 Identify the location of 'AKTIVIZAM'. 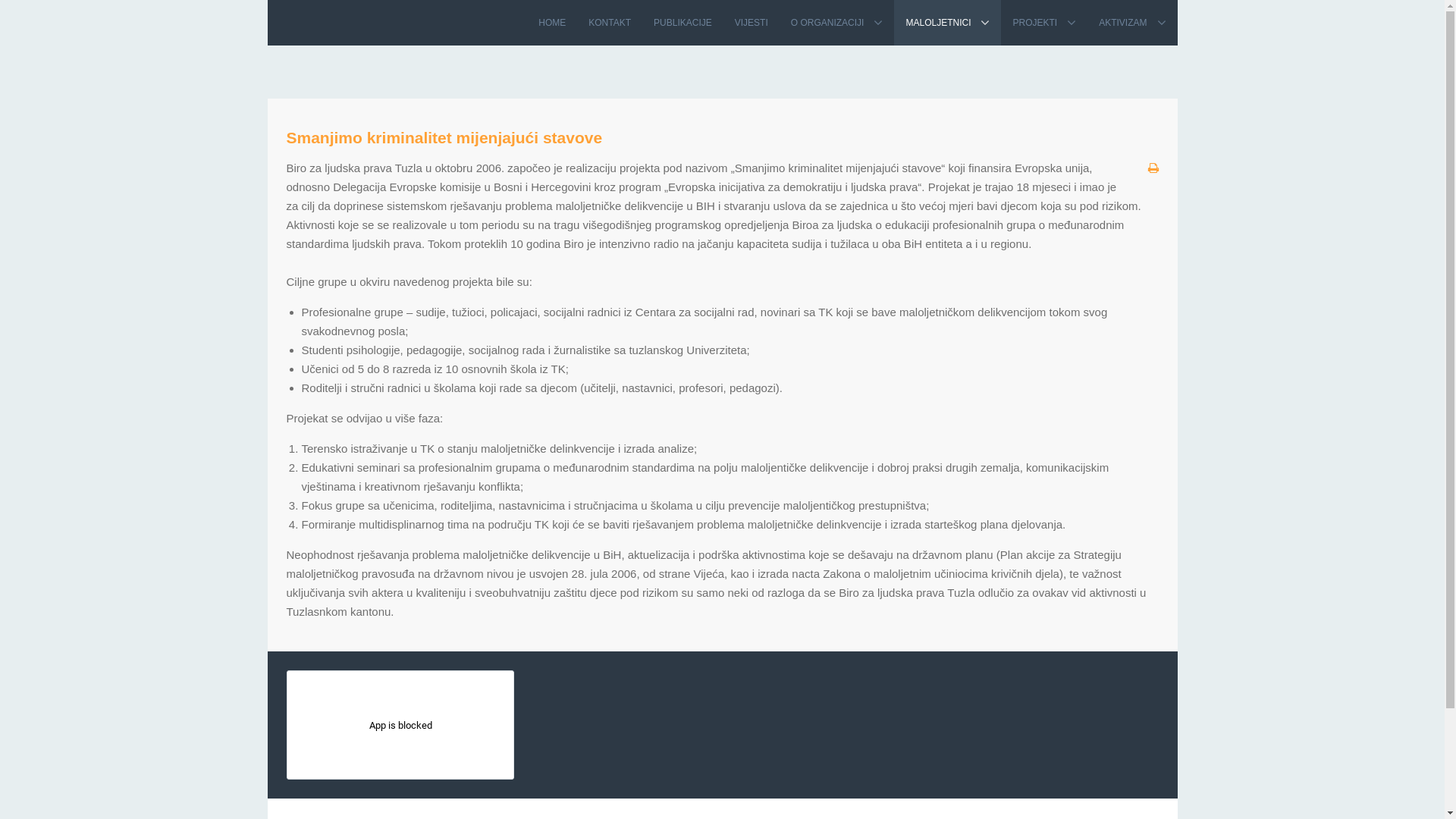
(1131, 23).